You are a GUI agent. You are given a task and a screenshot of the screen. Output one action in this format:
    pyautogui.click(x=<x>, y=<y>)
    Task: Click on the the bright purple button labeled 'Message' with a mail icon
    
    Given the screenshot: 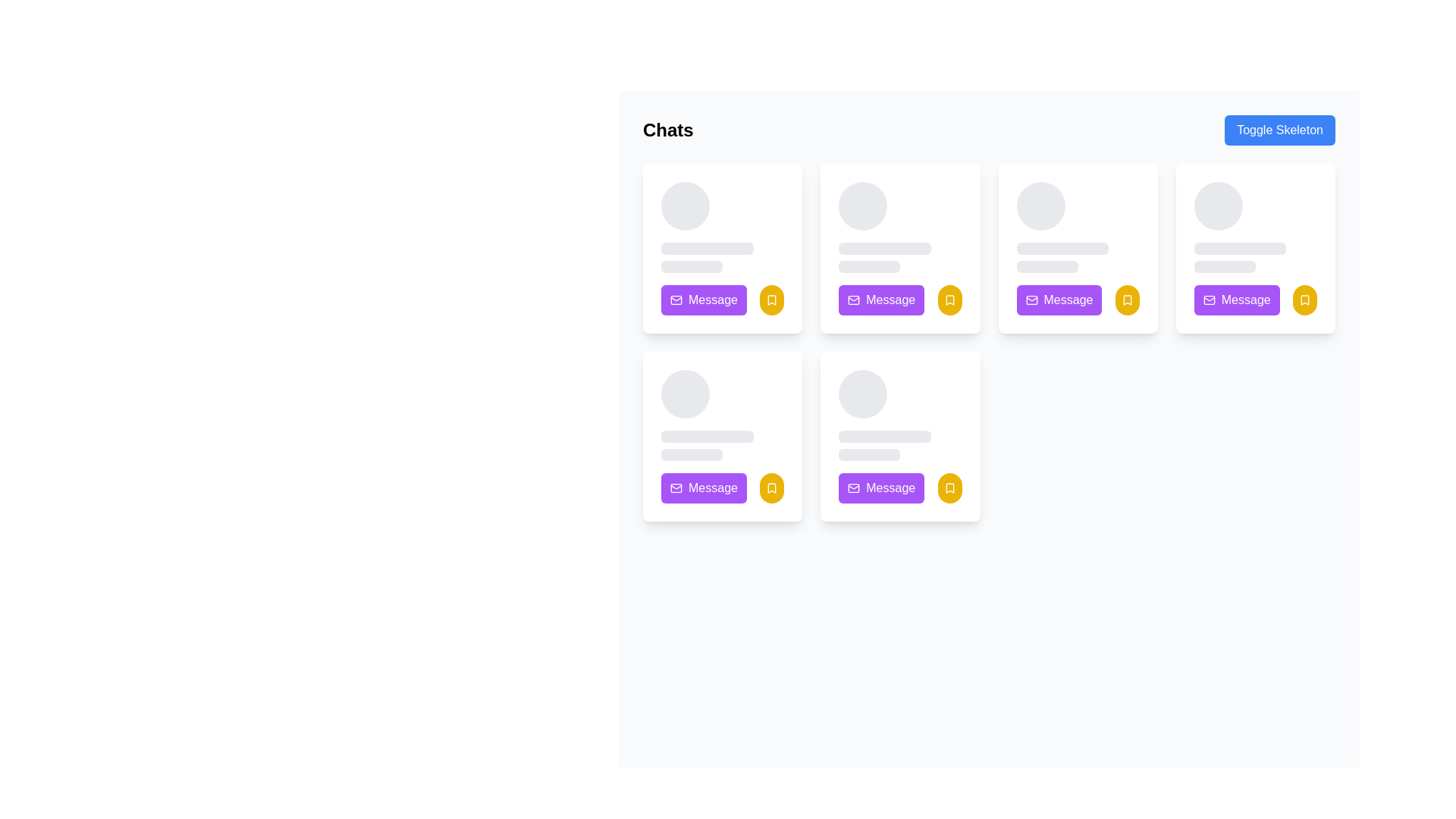 What is the action you would take?
    pyautogui.click(x=722, y=300)
    